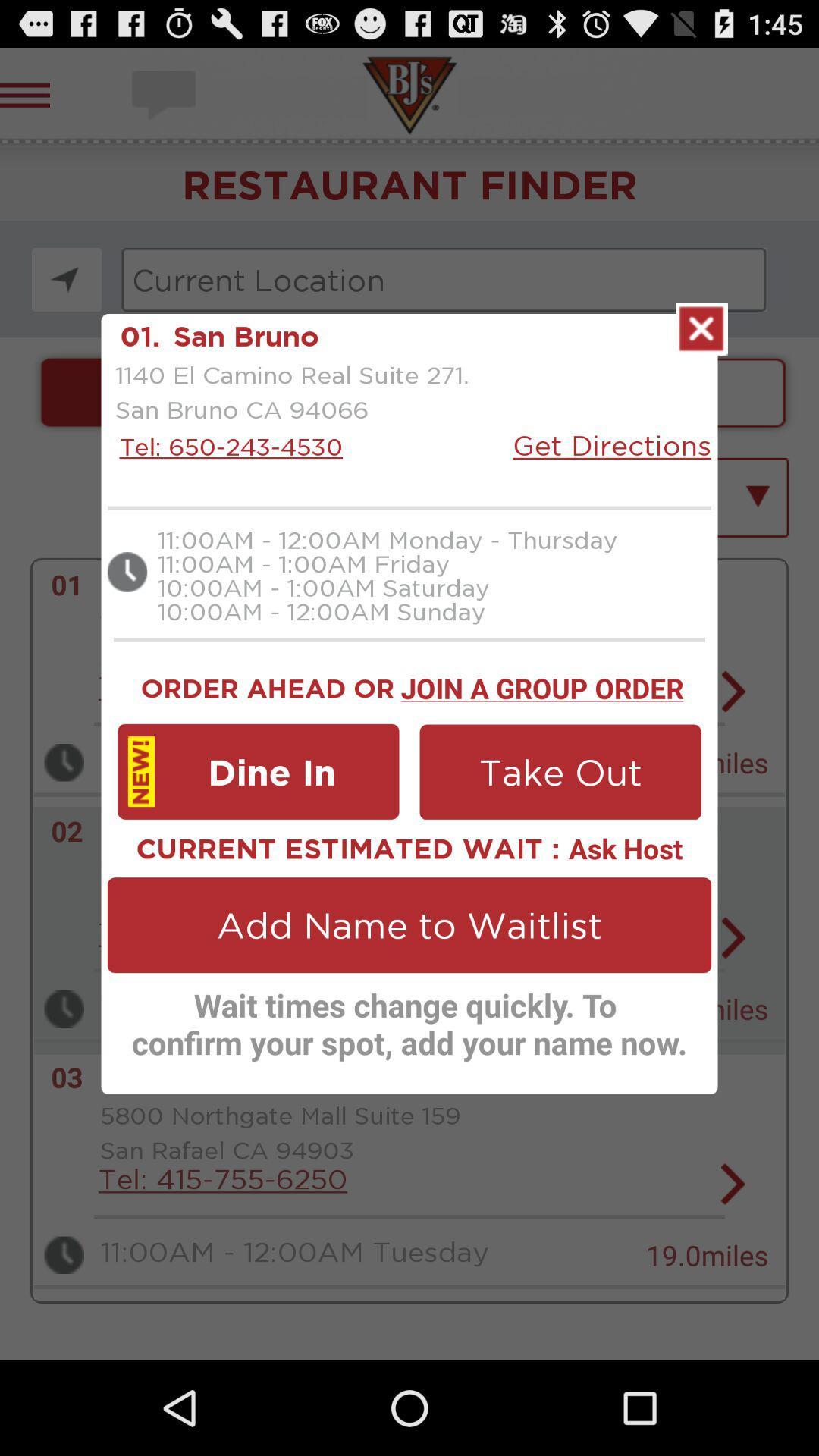 The height and width of the screenshot is (1456, 819). Describe the element at coordinates (560, 772) in the screenshot. I see `icon next to dine in` at that location.